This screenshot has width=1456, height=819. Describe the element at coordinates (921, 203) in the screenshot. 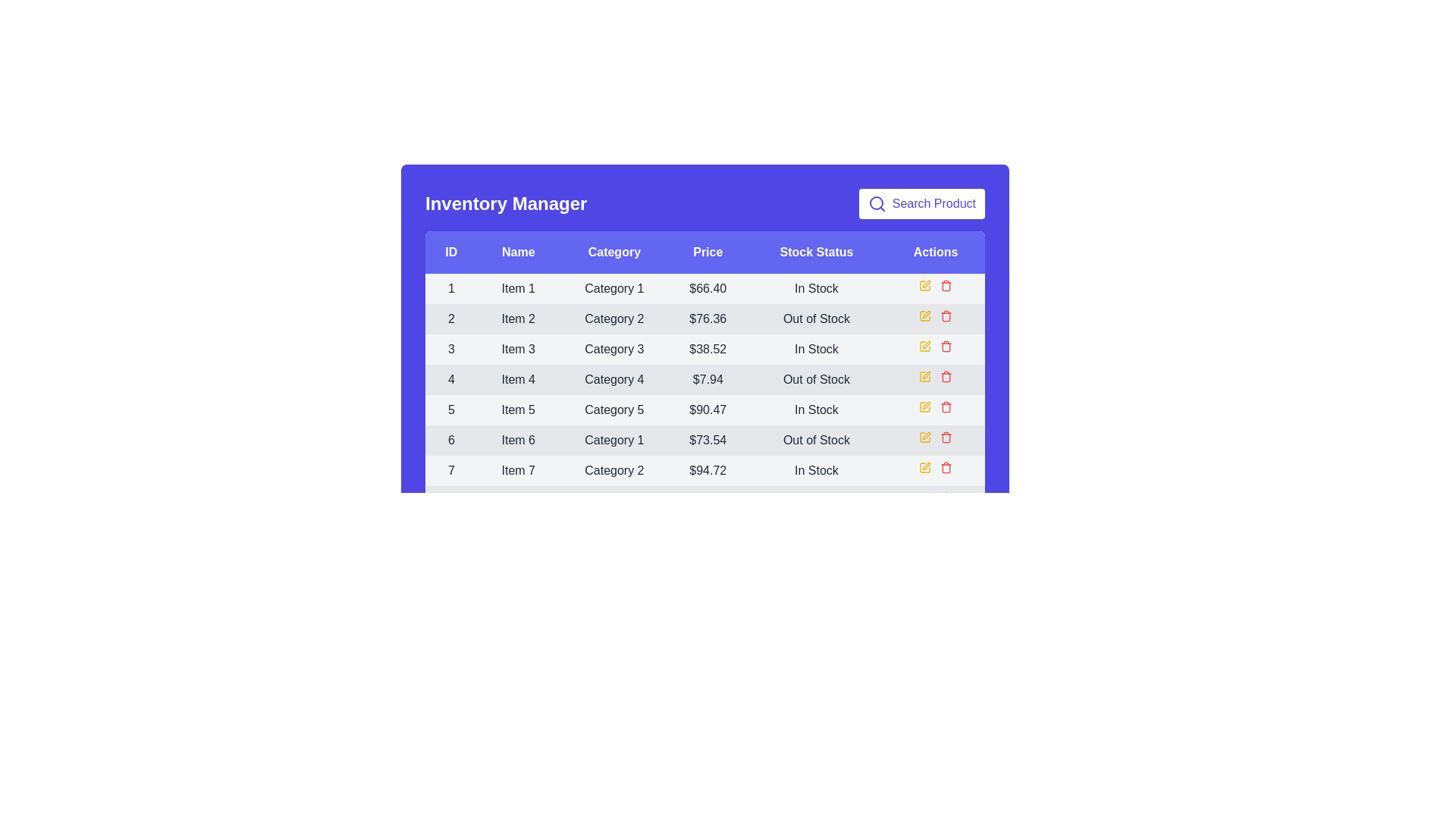

I see `'Search Product' button to initiate a search` at that location.